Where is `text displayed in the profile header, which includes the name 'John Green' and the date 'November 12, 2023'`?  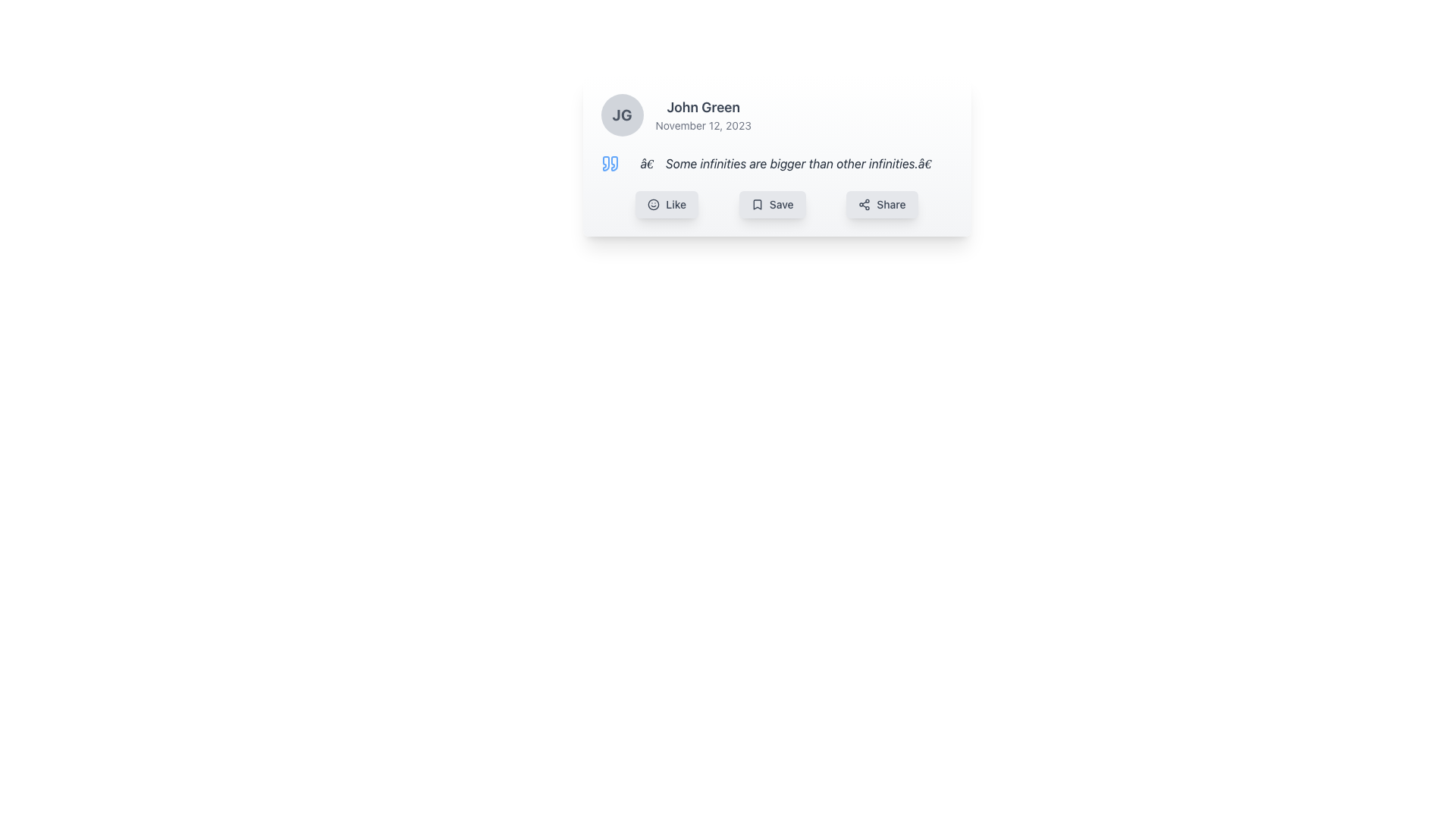
text displayed in the profile header, which includes the name 'John Green' and the date 'November 12, 2023' is located at coordinates (702, 114).